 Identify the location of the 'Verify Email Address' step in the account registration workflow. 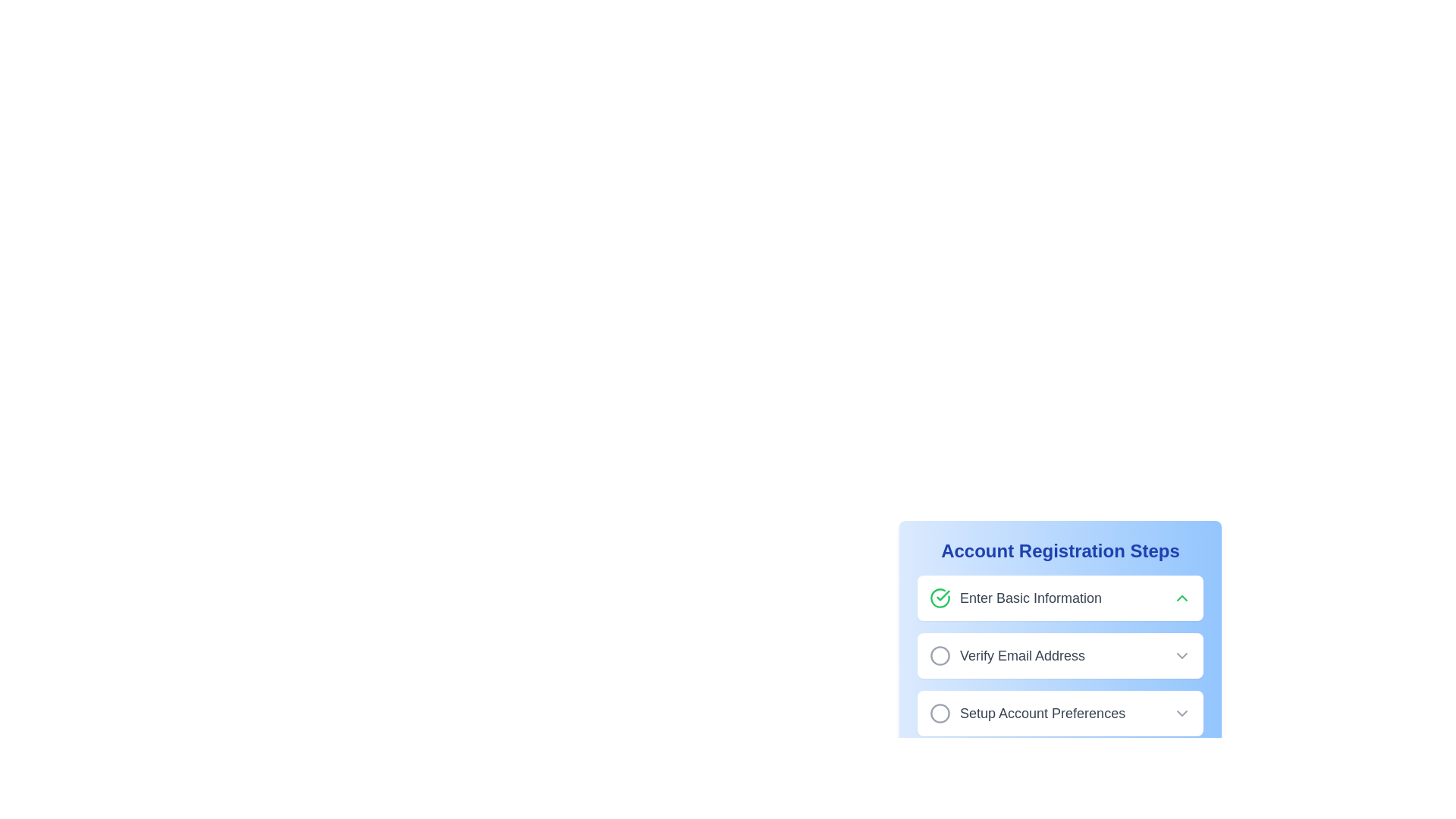
(1059, 654).